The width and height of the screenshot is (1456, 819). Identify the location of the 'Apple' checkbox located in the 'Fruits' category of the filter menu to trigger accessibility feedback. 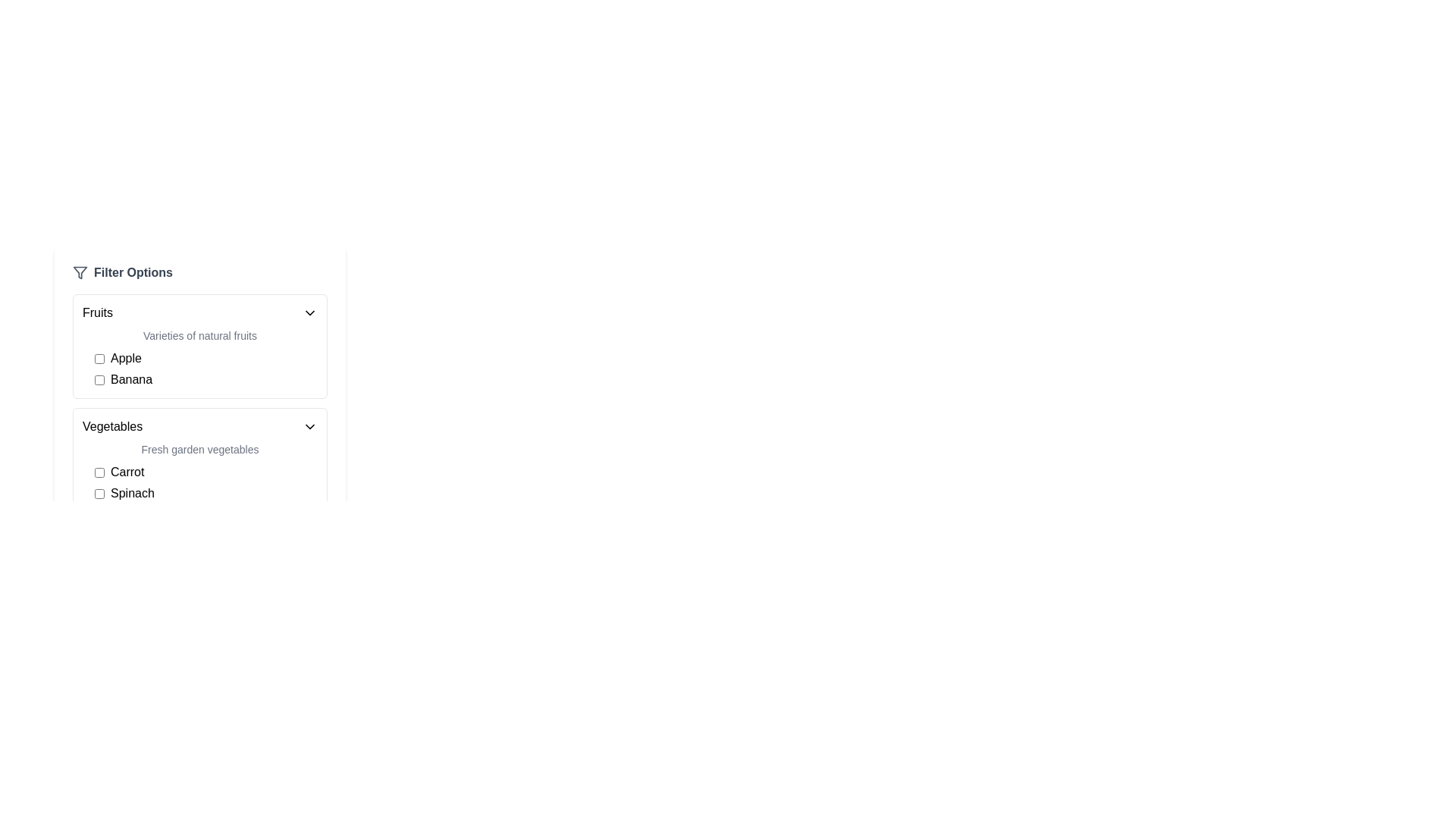
(206, 359).